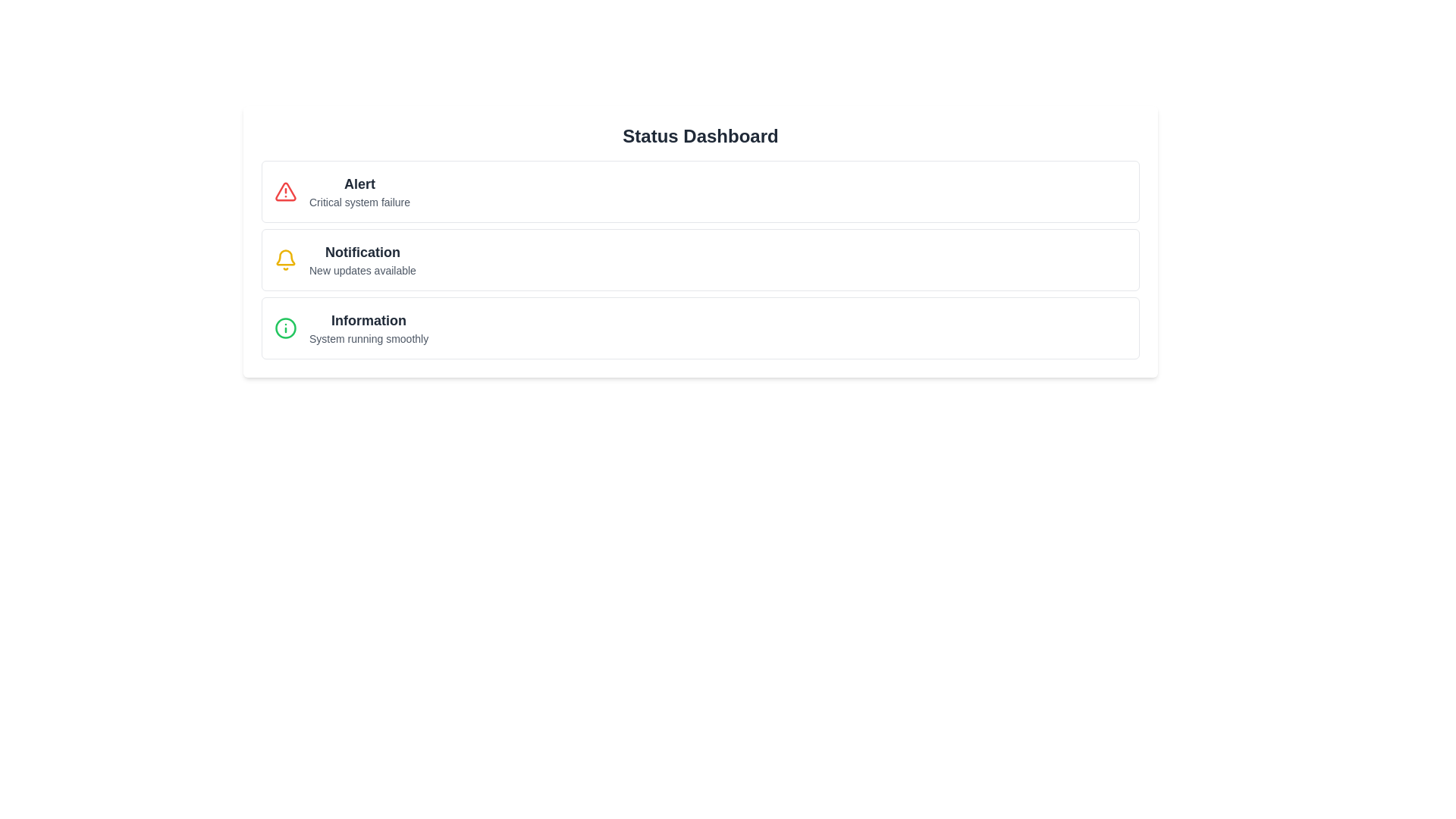  I want to click on text content of the notification card displaying 'Information' and 'System running smoothly', located under the informational icon in the third notification column, so click(369, 327).